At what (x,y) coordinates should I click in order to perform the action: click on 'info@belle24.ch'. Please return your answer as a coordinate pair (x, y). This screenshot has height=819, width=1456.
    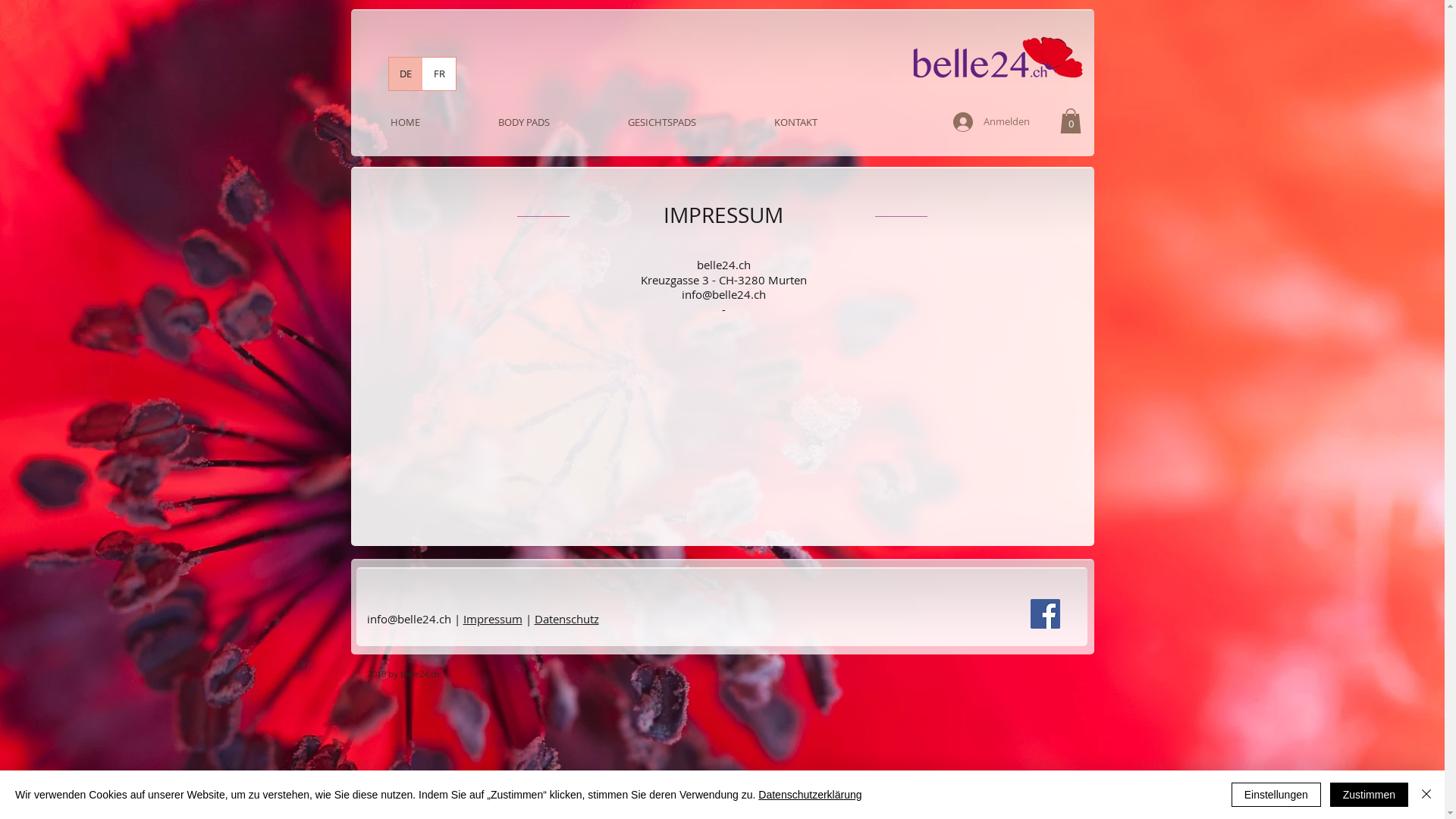
    Looking at the image, I should click on (723, 294).